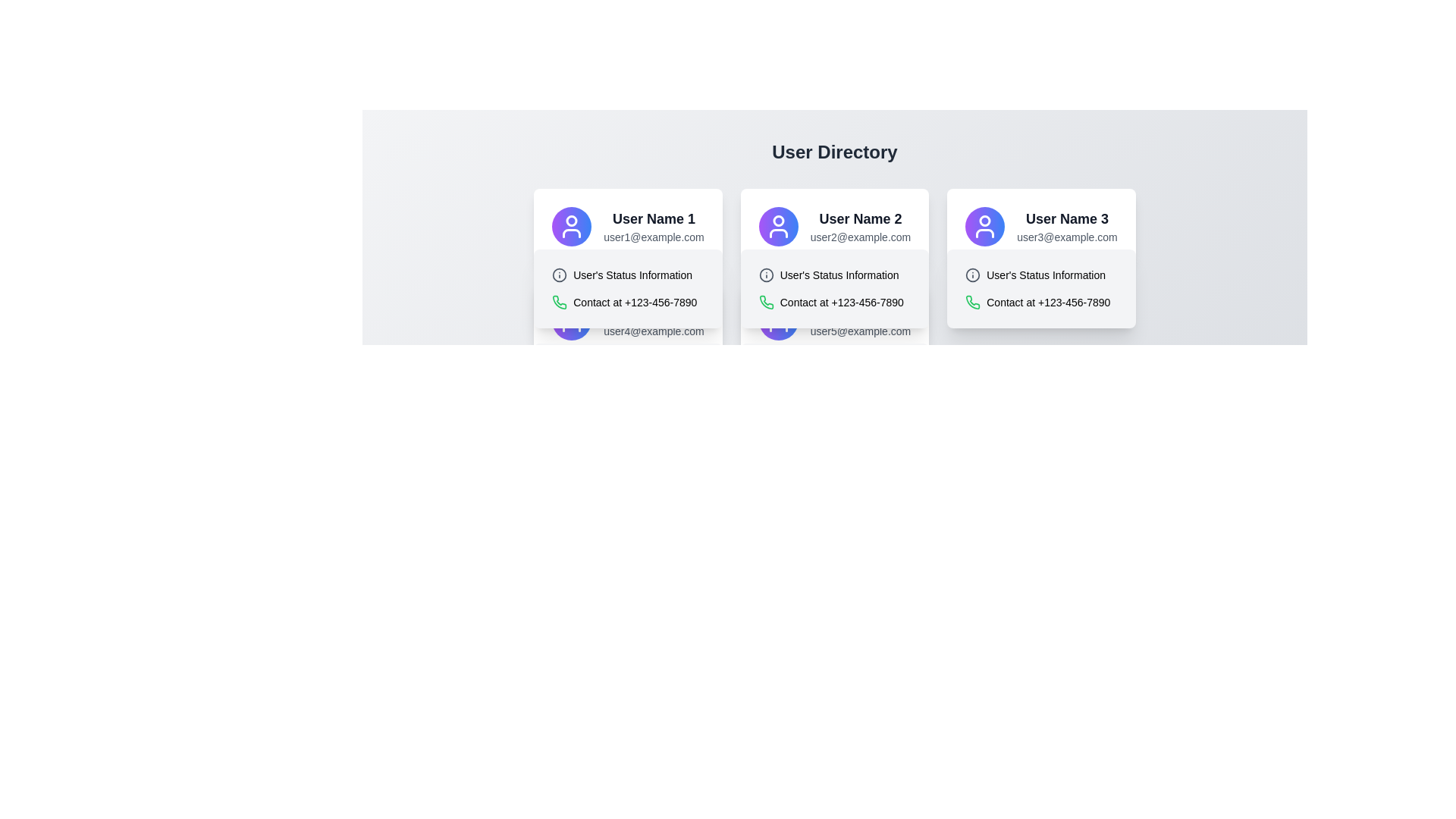 This screenshot has height=819, width=1456. I want to click on the informational component displaying 'User's Status Information' and contact number '+123-456-7890' associated with the third user profile, so click(1040, 289).